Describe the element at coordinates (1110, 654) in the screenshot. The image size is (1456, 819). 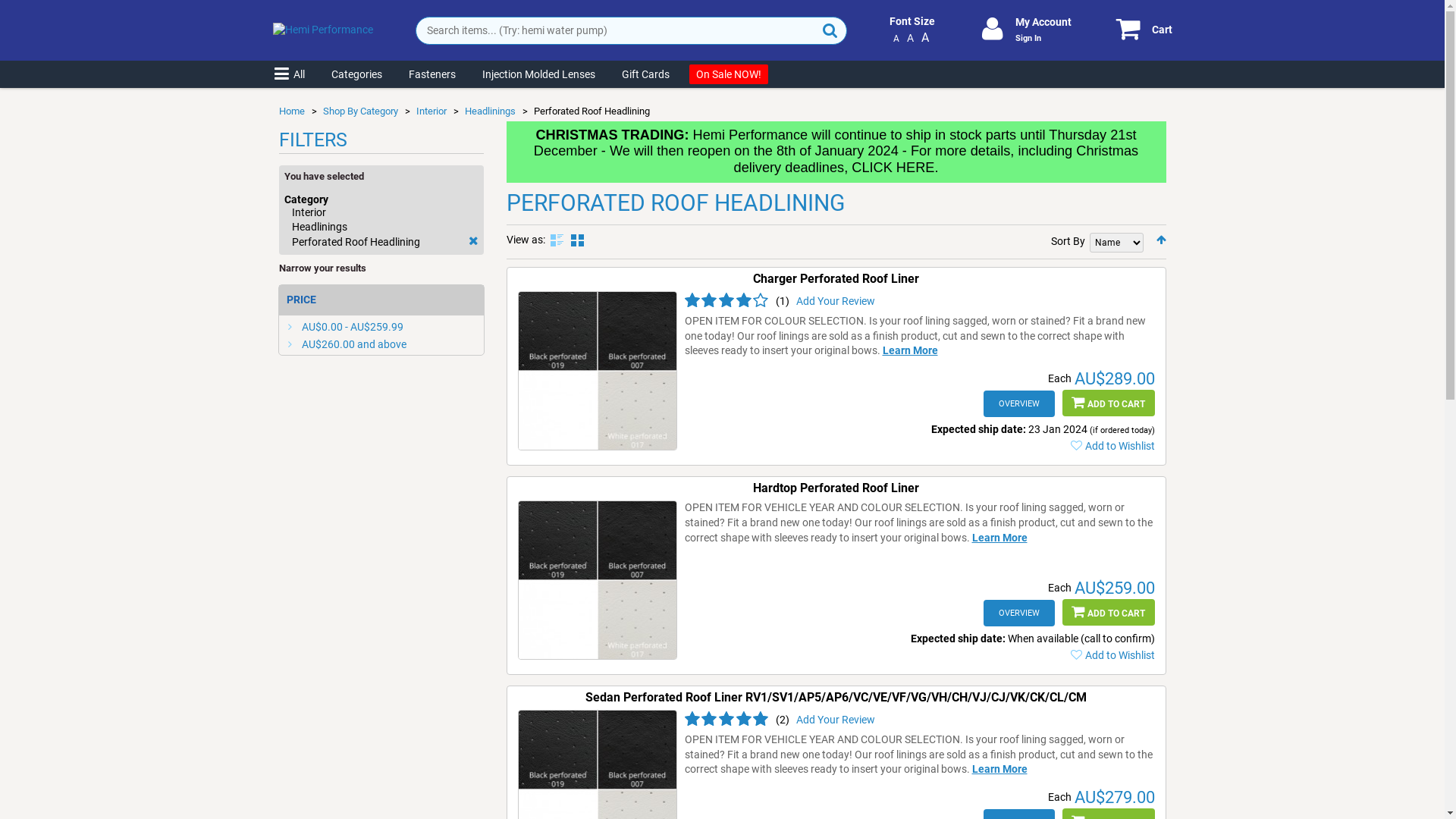
I see `'Add to Wishlist'` at that location.